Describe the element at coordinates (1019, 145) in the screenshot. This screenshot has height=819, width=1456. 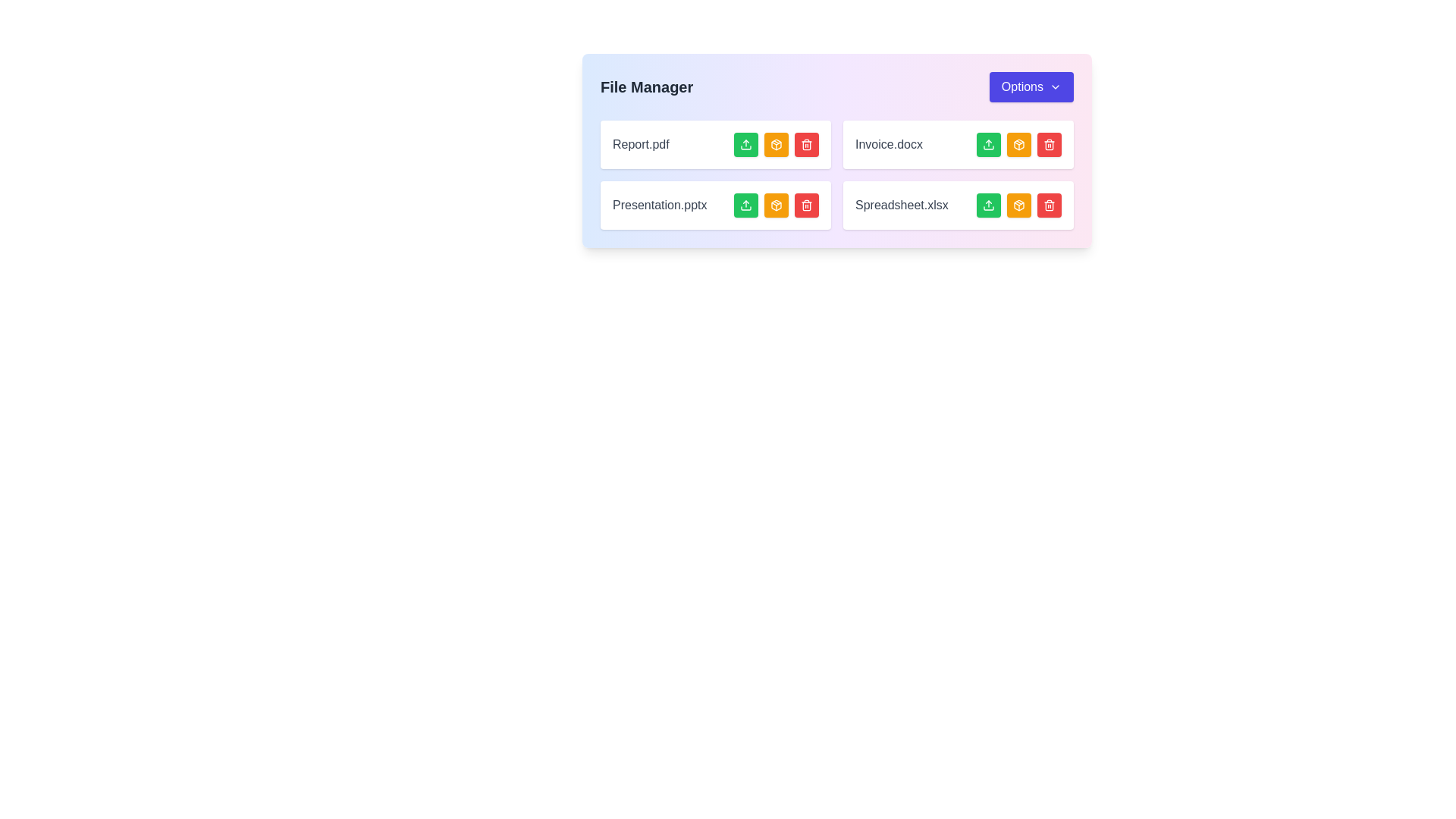
I see `the archive button located in the far-right column of the 'Invoice.docx' row, which is positioned to the right of the green upload button and to the left of the red delete button` at that location.